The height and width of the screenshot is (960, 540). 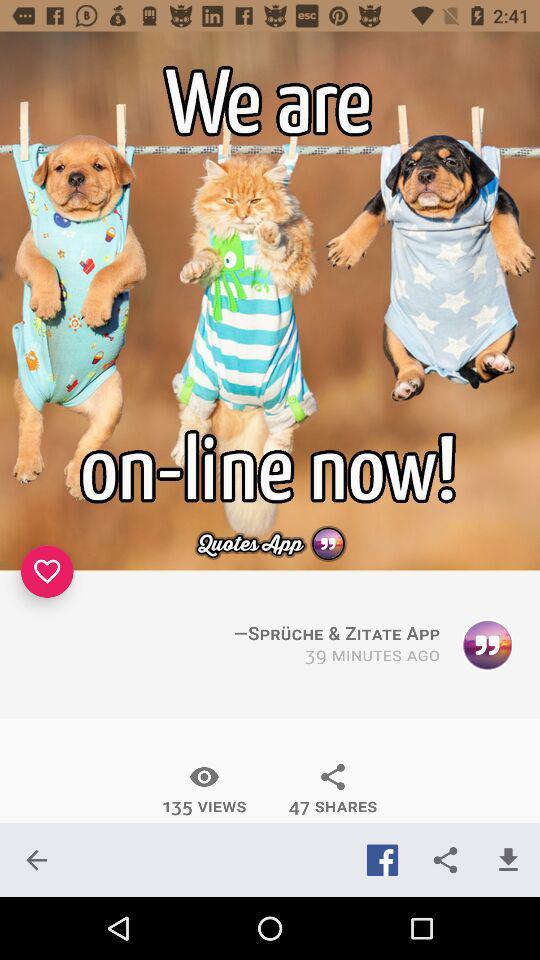 I want to click on the item below the 39 minutes ago, so click(x=333, y=789).